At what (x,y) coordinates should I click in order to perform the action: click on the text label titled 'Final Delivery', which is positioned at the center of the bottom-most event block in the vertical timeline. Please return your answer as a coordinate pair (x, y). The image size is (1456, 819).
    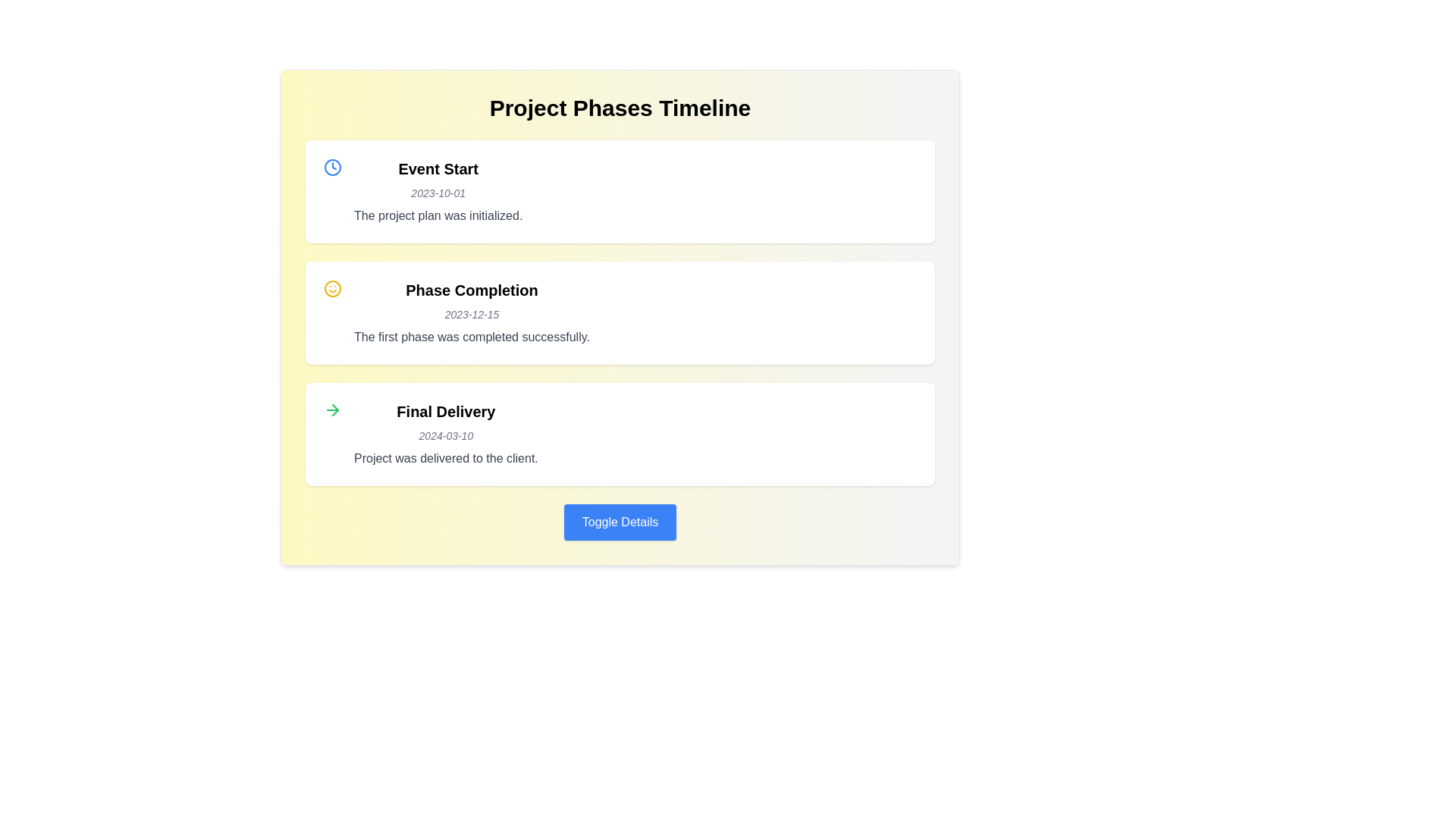
    Looking at the image, I should click on (445, 412).